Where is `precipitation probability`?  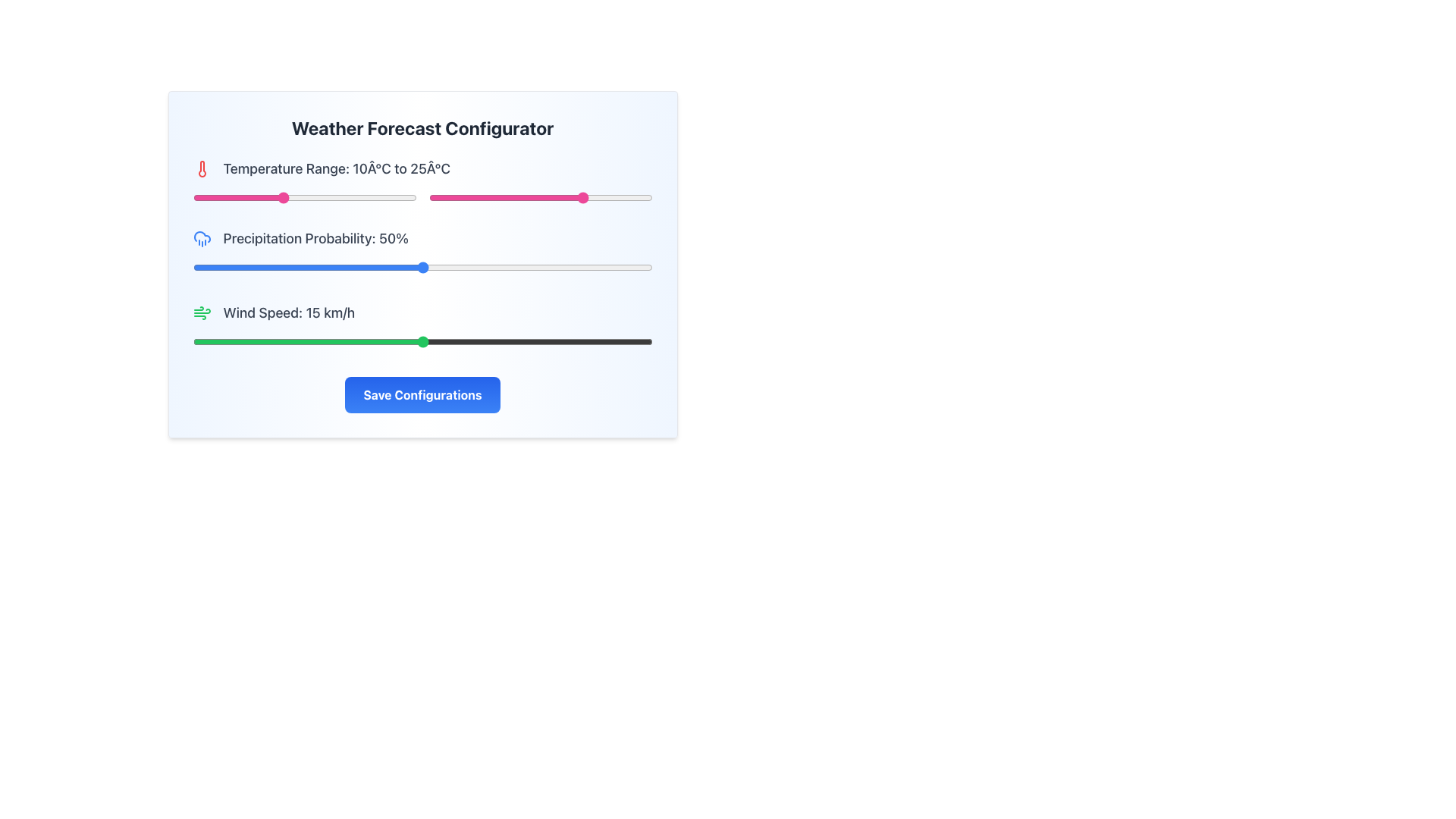 precipitation probability is located at coordinates (339, 267).